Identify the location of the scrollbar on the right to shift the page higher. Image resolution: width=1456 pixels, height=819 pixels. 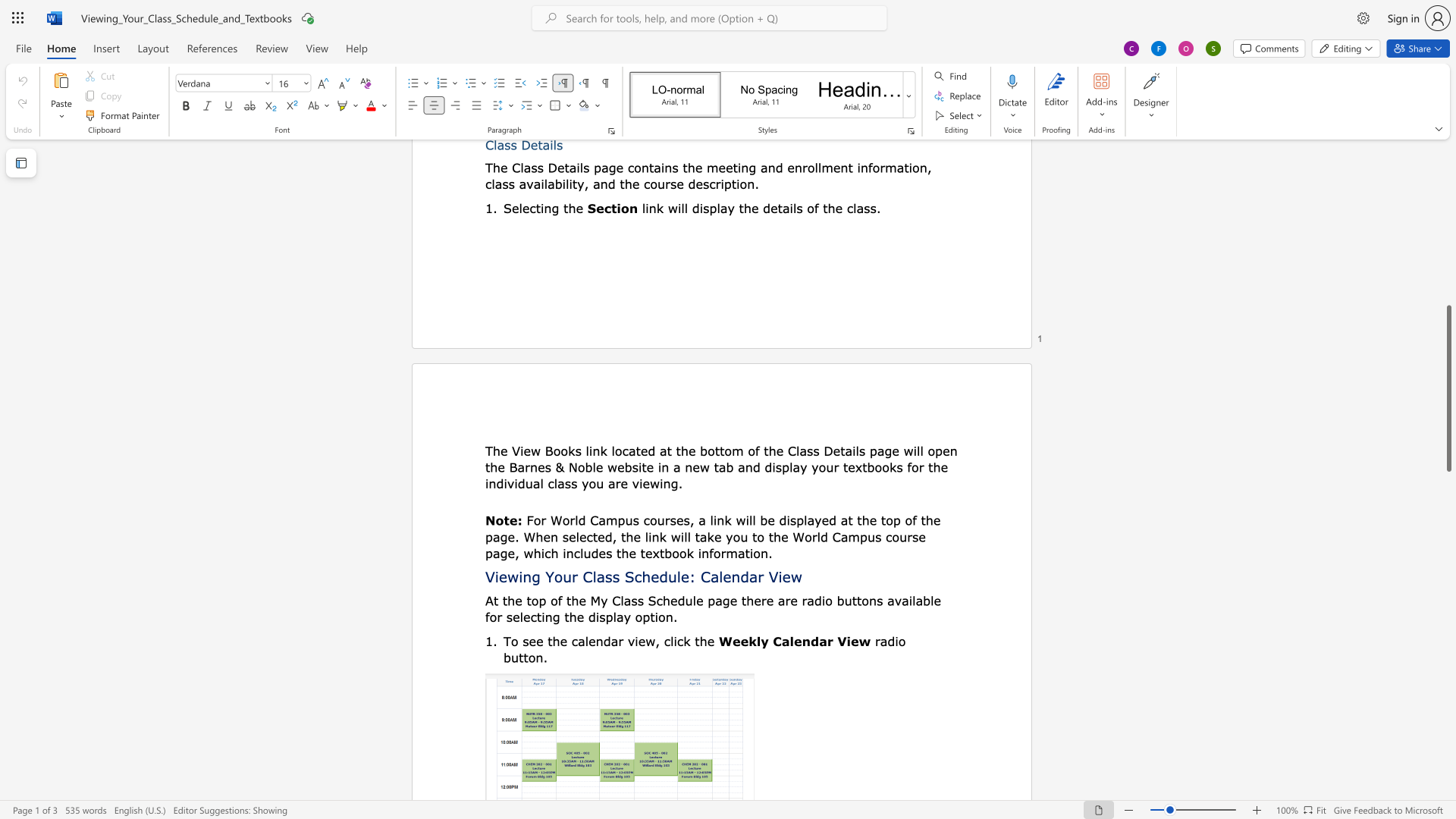
(1448, 242).